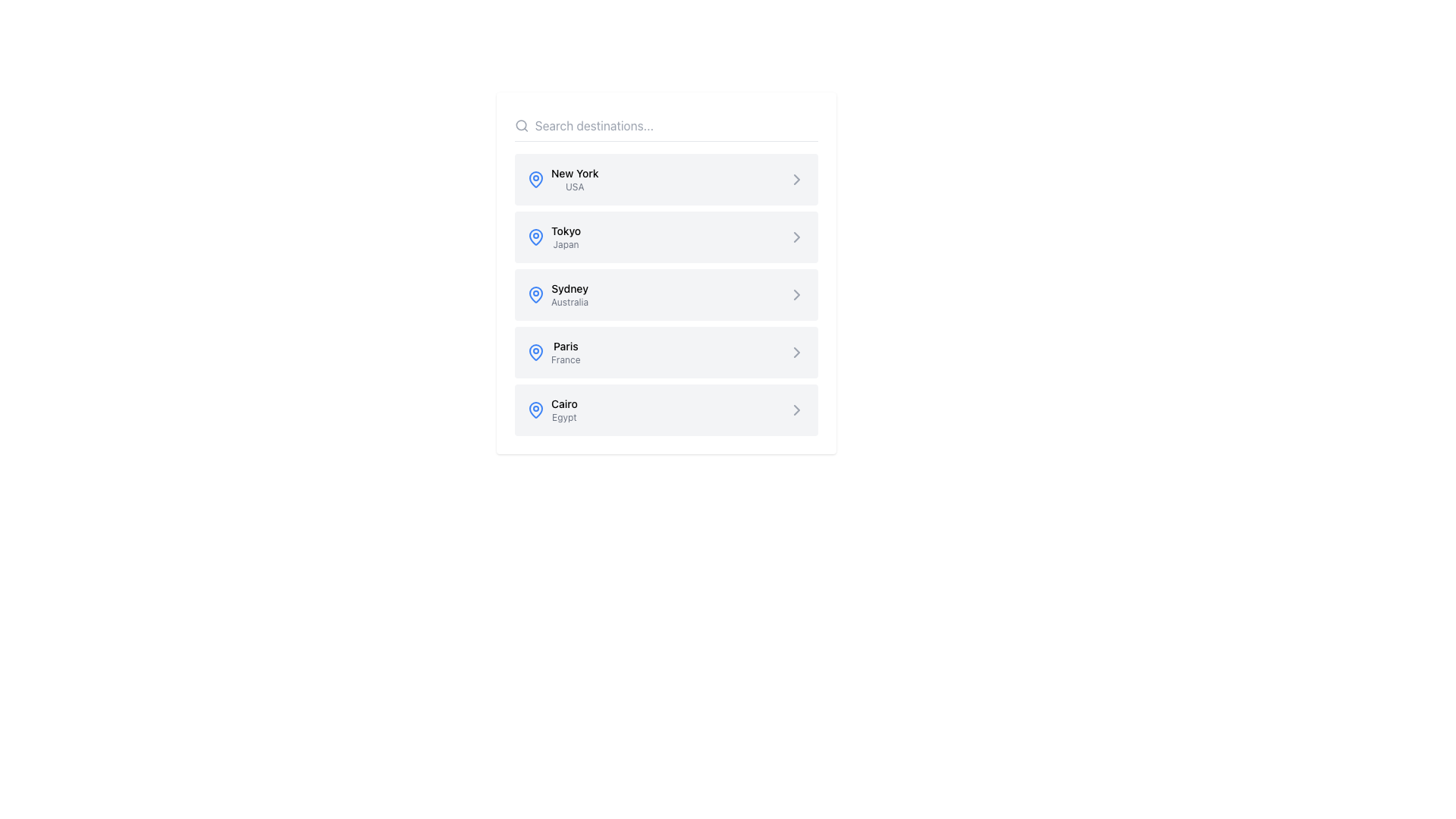 The height and width of the screenshot is (819, 1456). Describe the element at coordinates (666, 295) in the screenshot. I see `the third list item for 'Sydney, Australia', positioned between 'Tokyo, Japan' and 'Paris, France'` at that location.